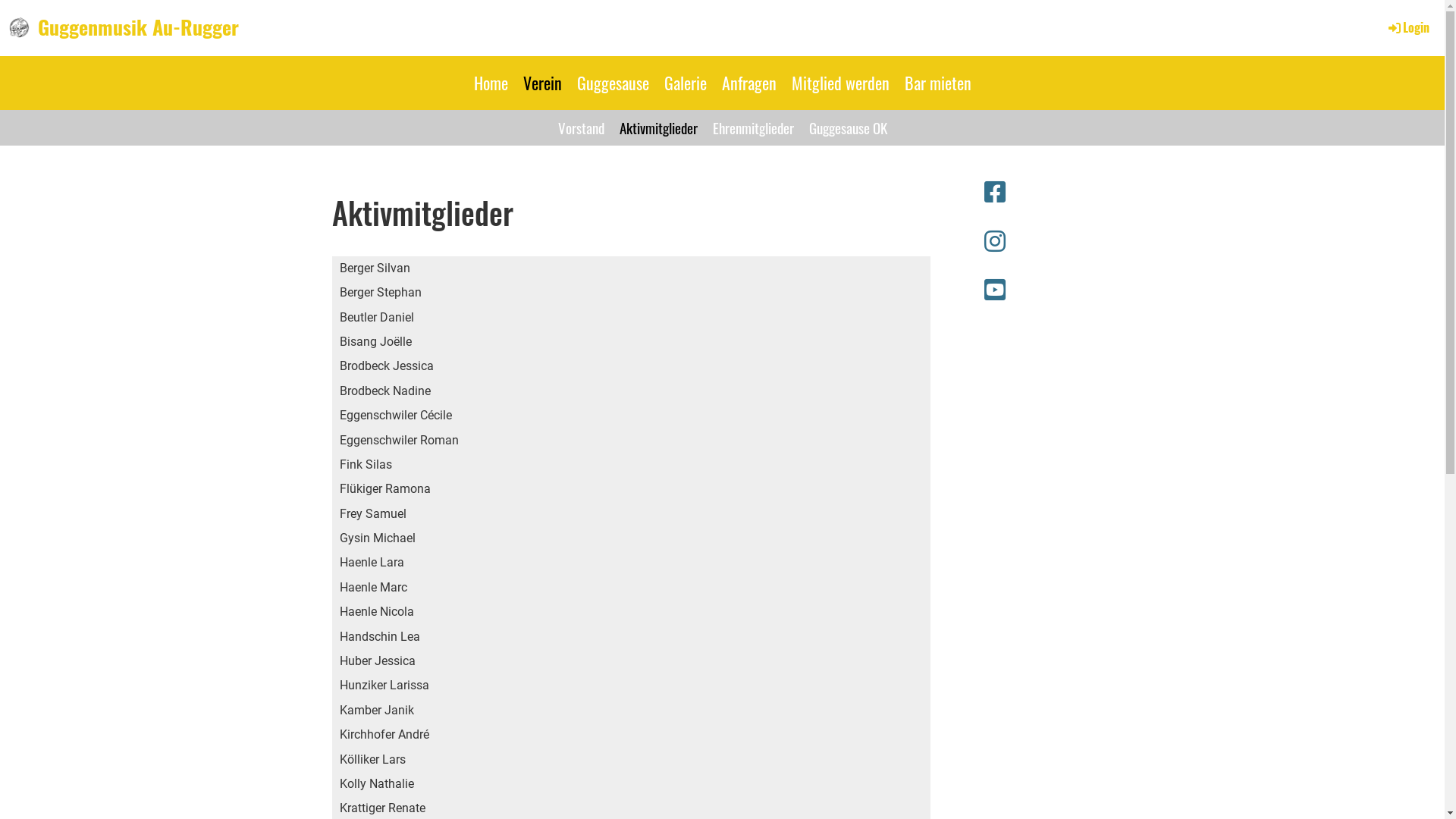 The width and height of the screenshot is (1456, 819). I want to click on 'Beutler Daniel', so click(331, 317).